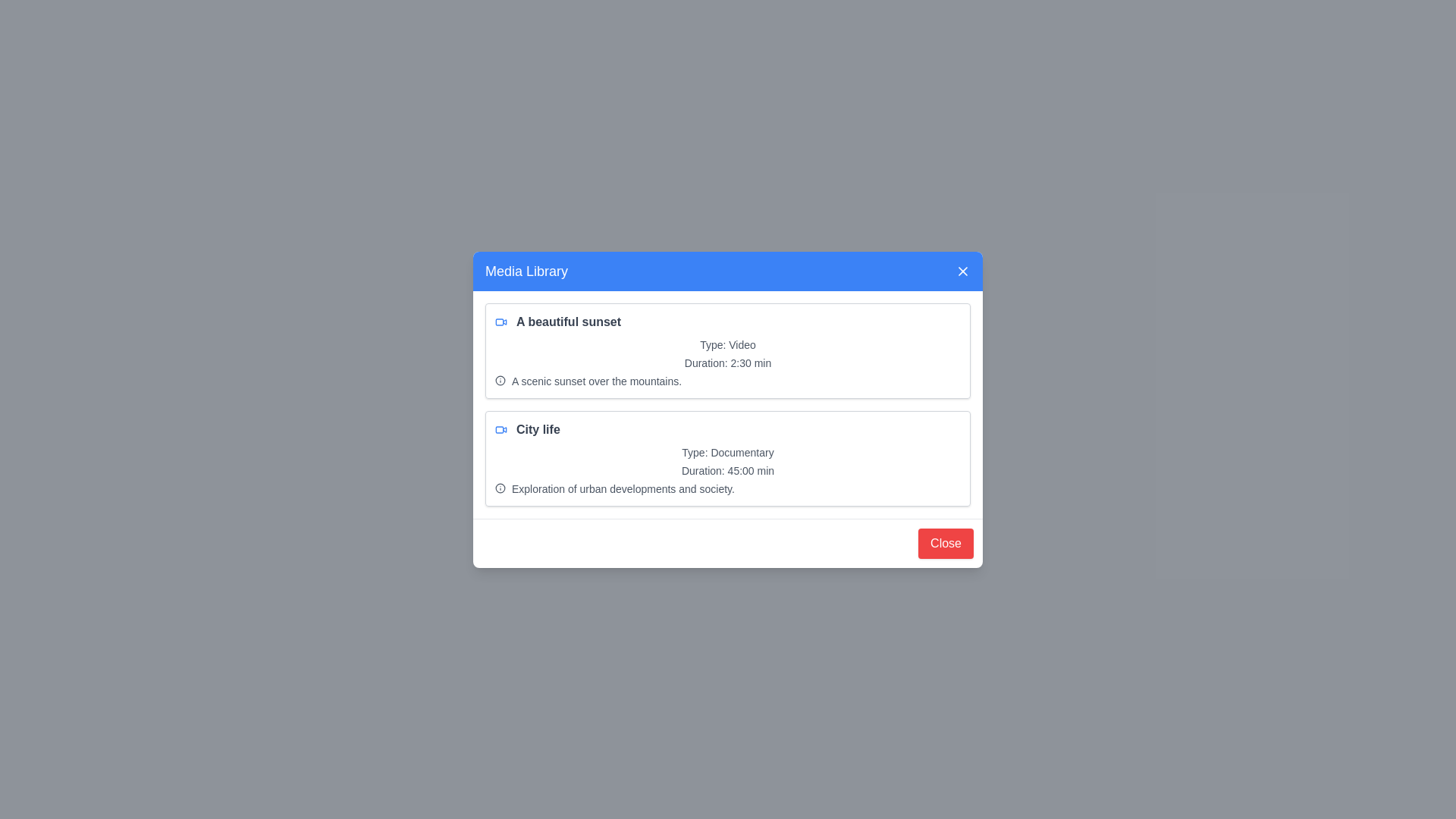 The height and width of the screenshot is (819, 1456). Describe the element at coordinates (728, 362) in the screenshot. I see `the embedded links or icons within the Text block that displays video-related information, which includes 'Type: Video', 'Duration: 2:30 min', and a description 'A scenic sunset over the mountains.'` at that location.